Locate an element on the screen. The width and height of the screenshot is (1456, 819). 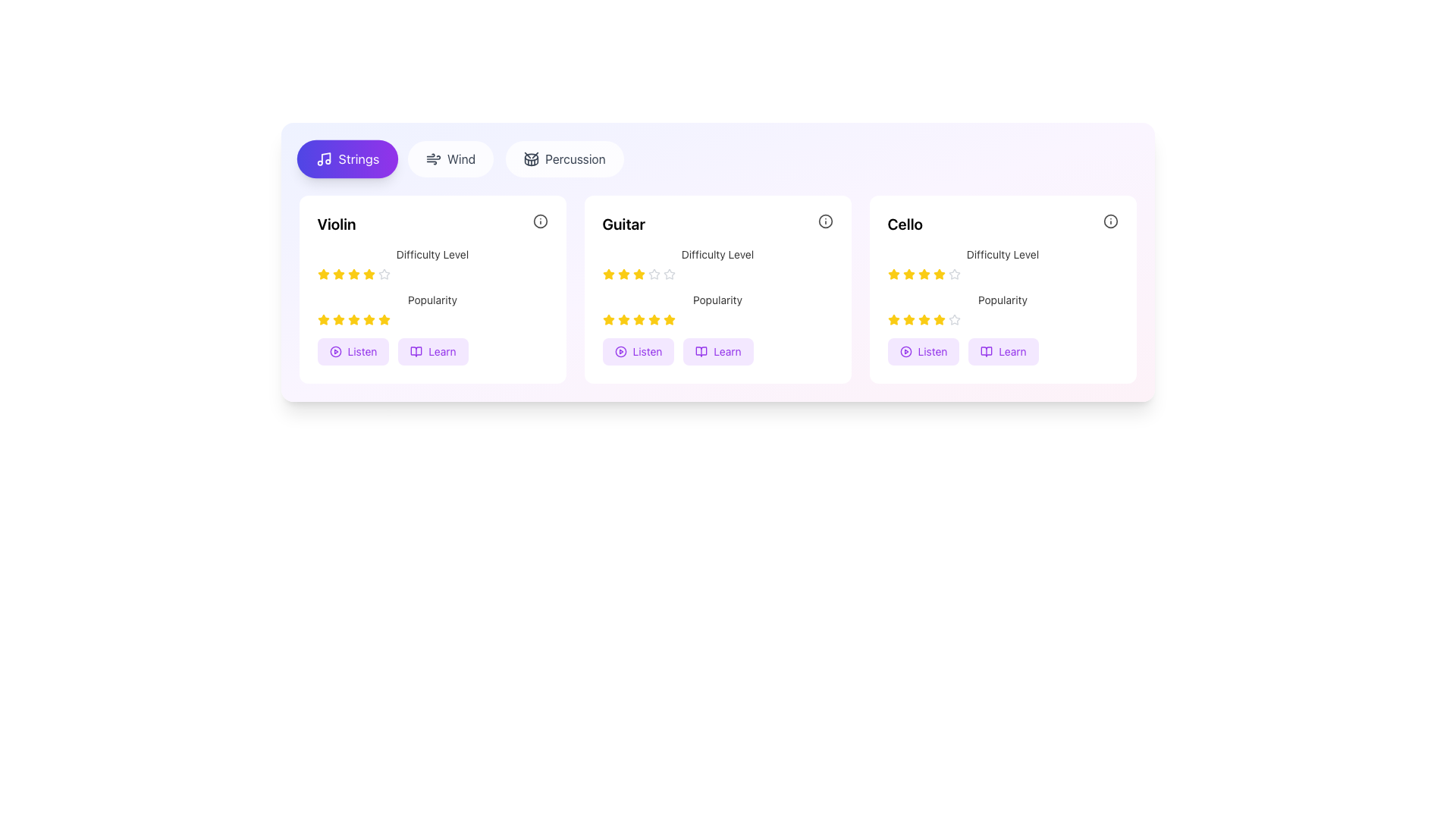
the fourth yellow star-shaped rating icon in the 'Difficulty Level' row of the 'Cello' card to trigger hover effects is located at coordinates (938, 274).